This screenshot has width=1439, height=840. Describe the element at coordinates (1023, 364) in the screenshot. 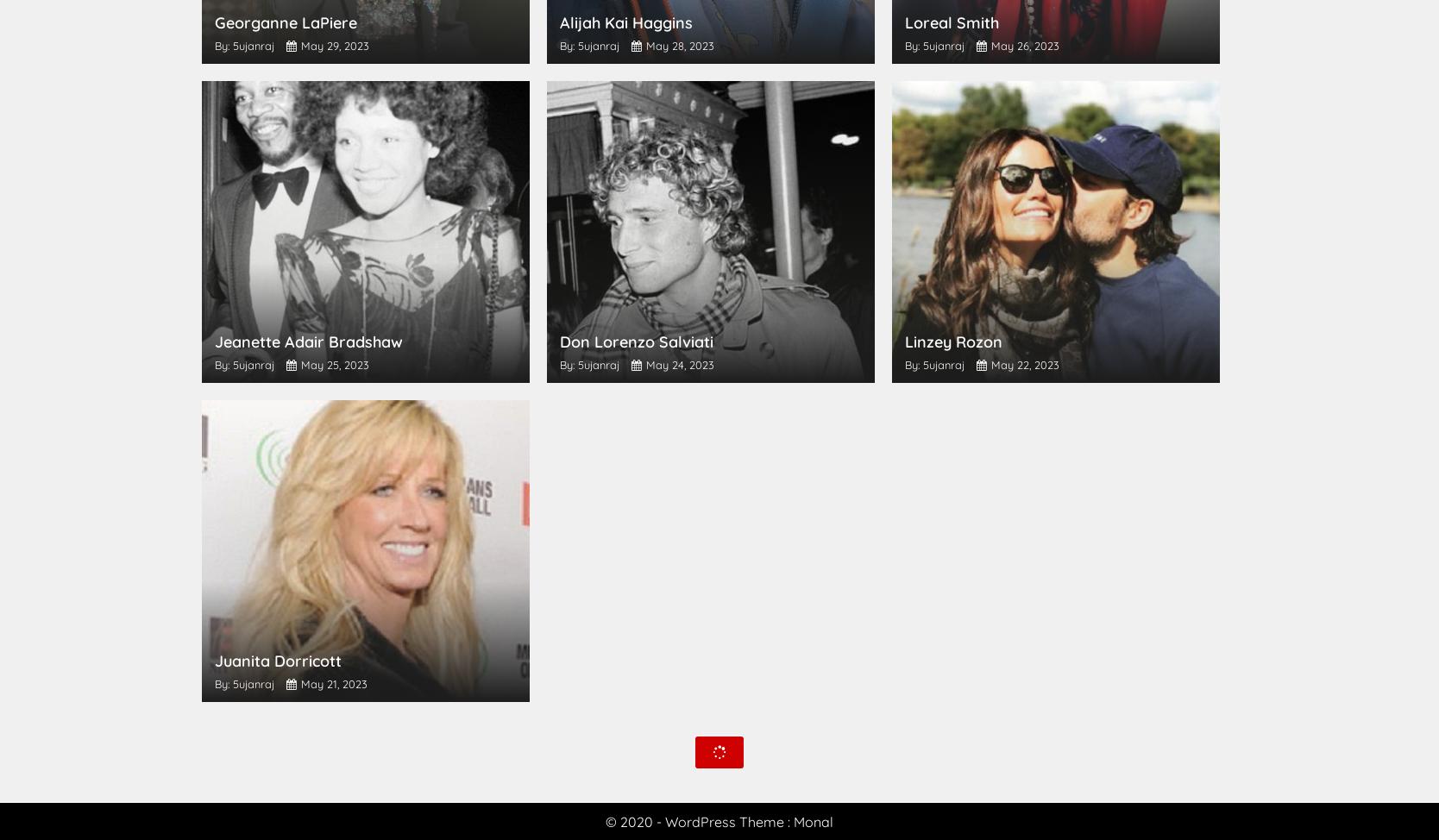

I see `'May 22, 2023'` at that location.